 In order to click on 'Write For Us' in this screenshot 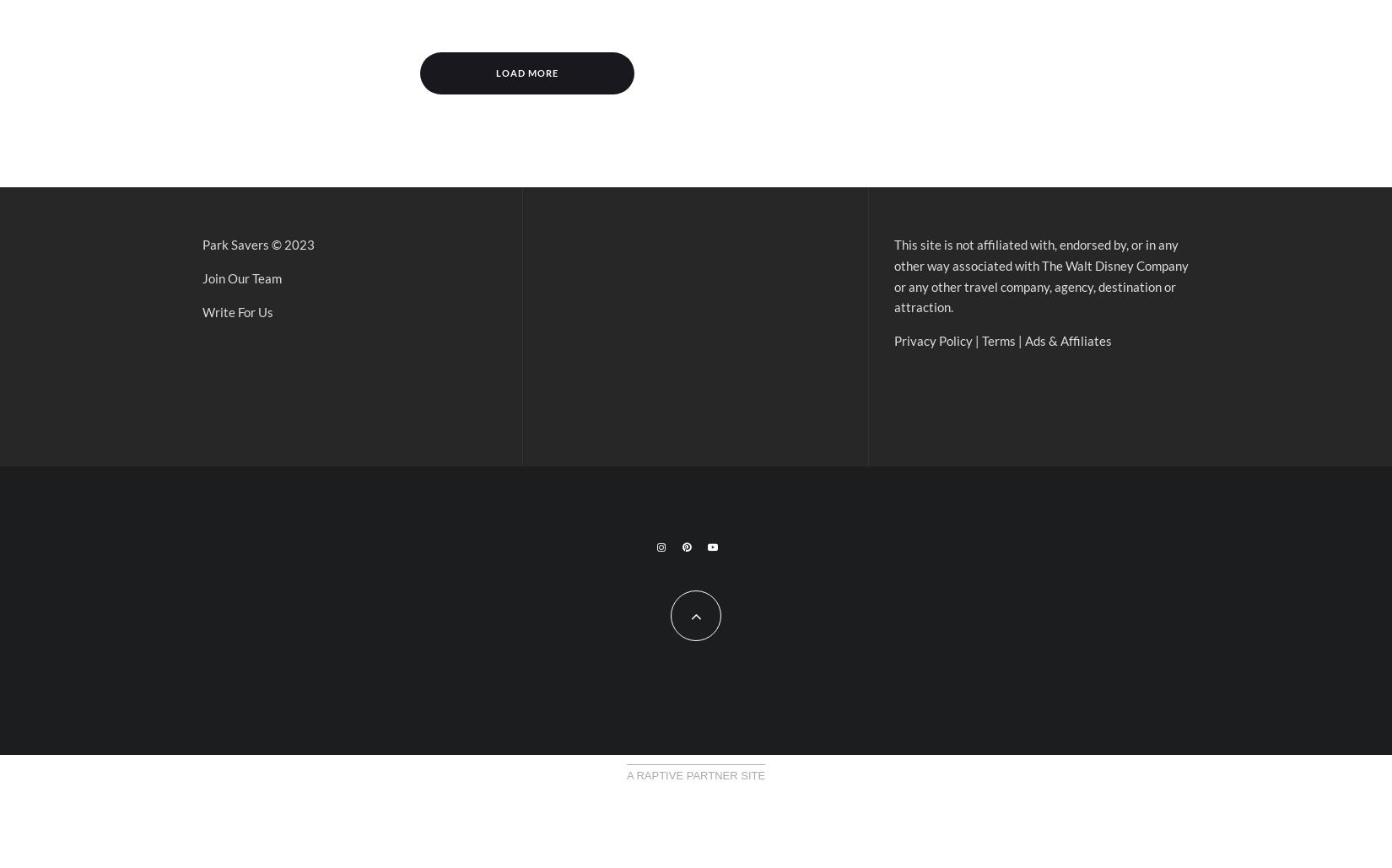, I will do `click(237, 310)`.